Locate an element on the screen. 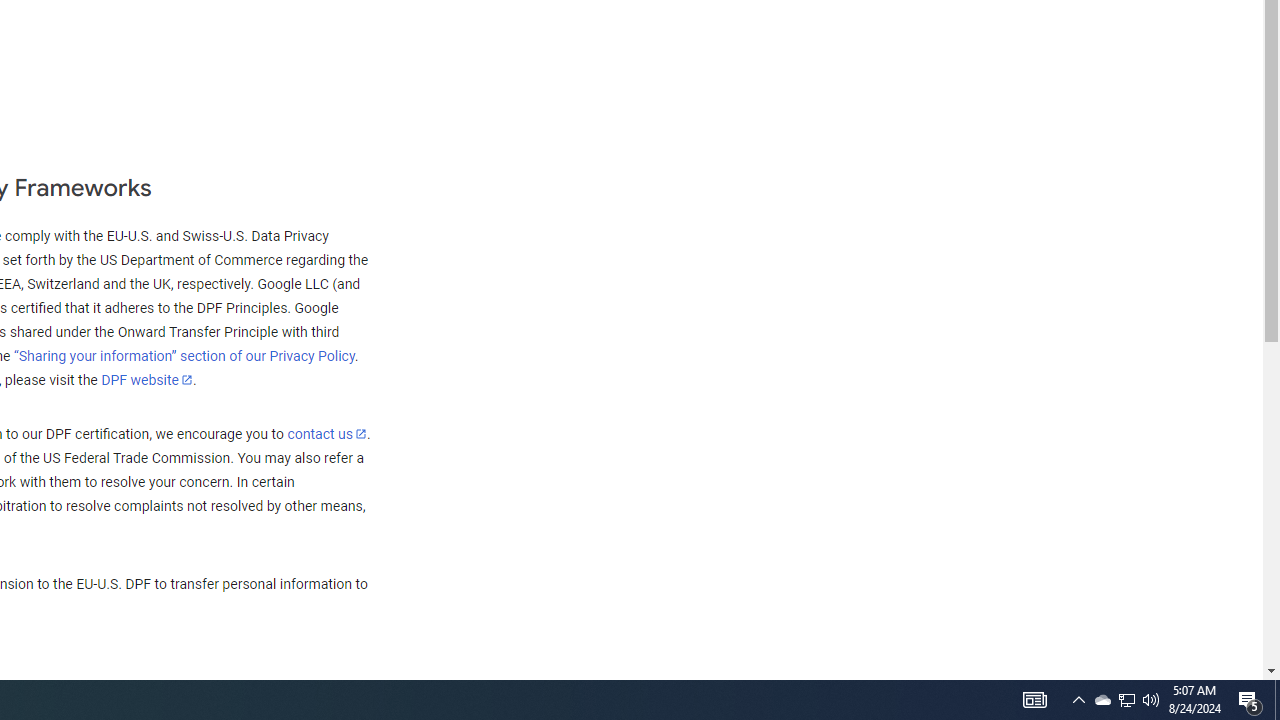 The image size is (1280, 720). 'contact us' is located at coordinates (327, 432).